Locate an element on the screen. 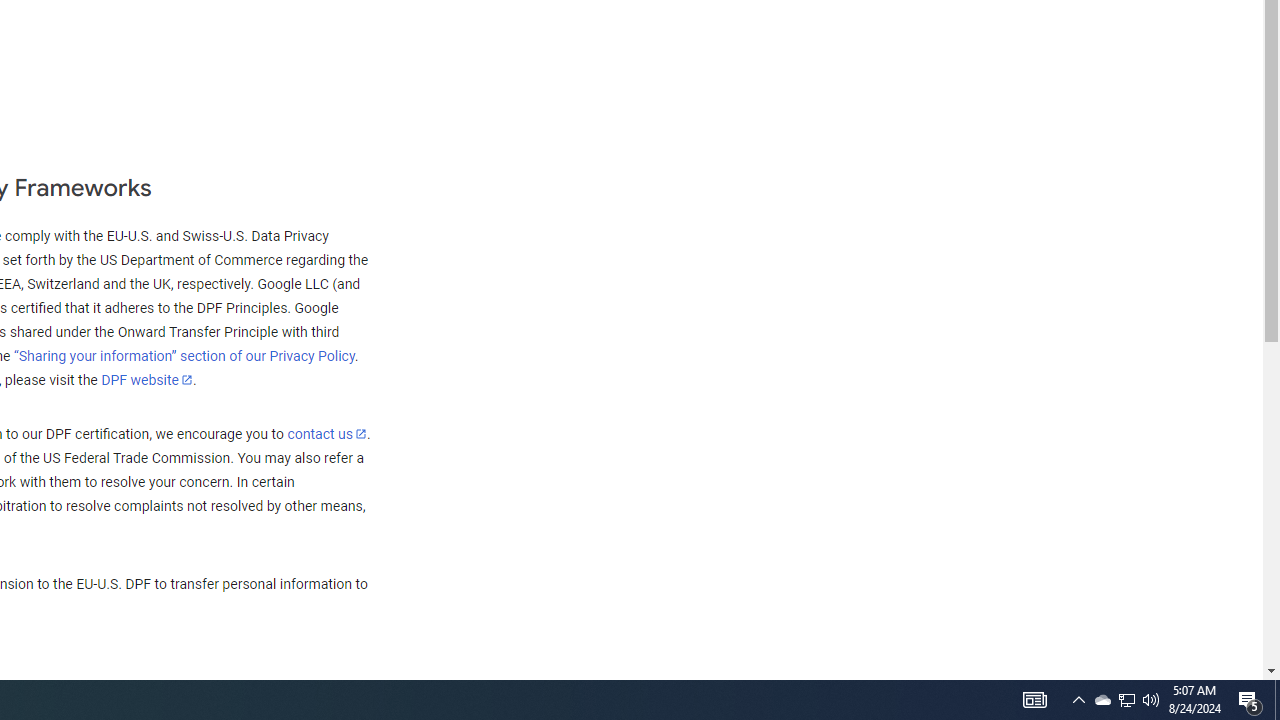 The image size is (1280, 720). 'contact us' is located at coordinates (327, 432).